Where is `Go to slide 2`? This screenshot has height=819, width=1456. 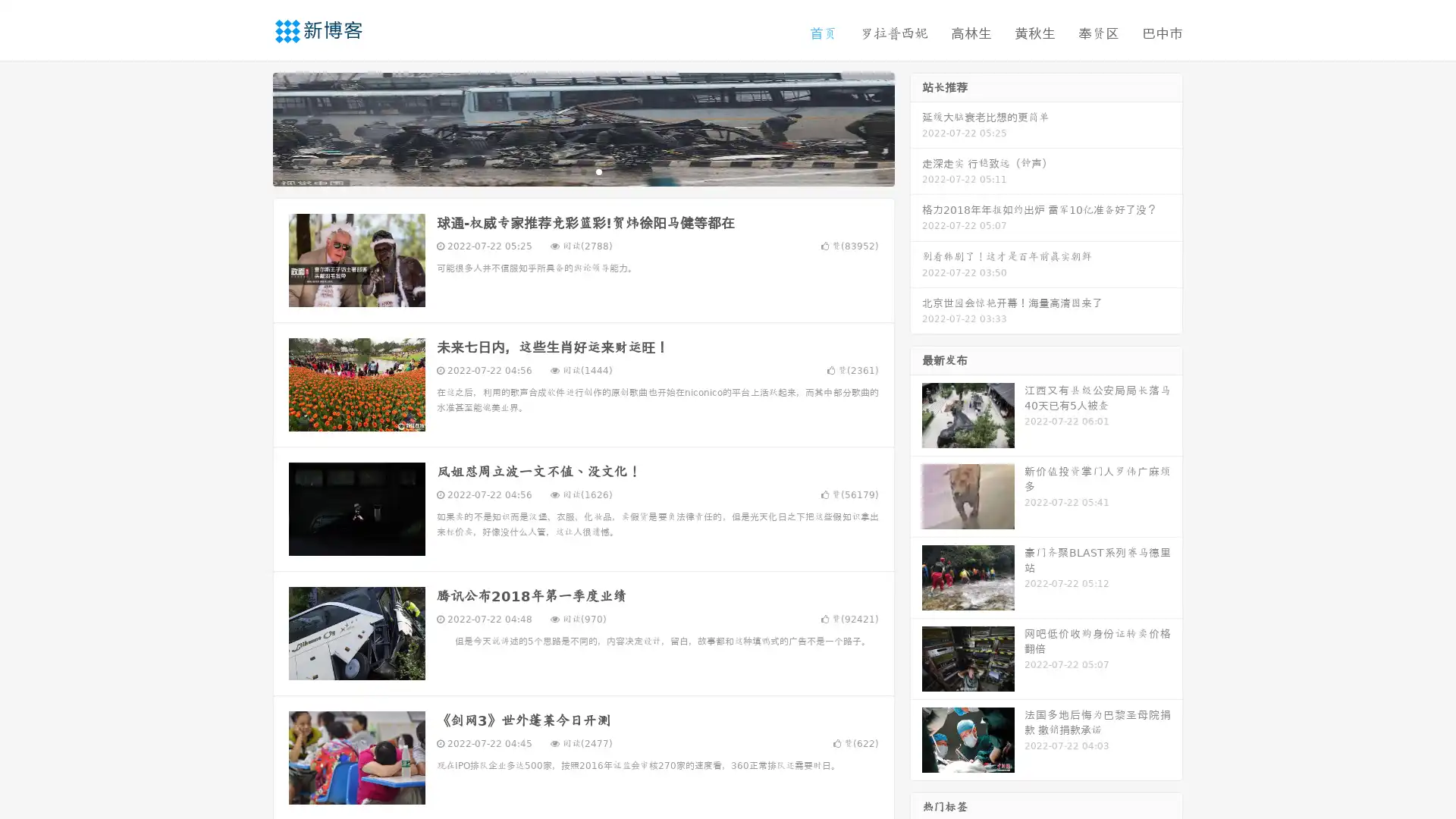 Go to slide 2 is located at coordinates (582, 171).